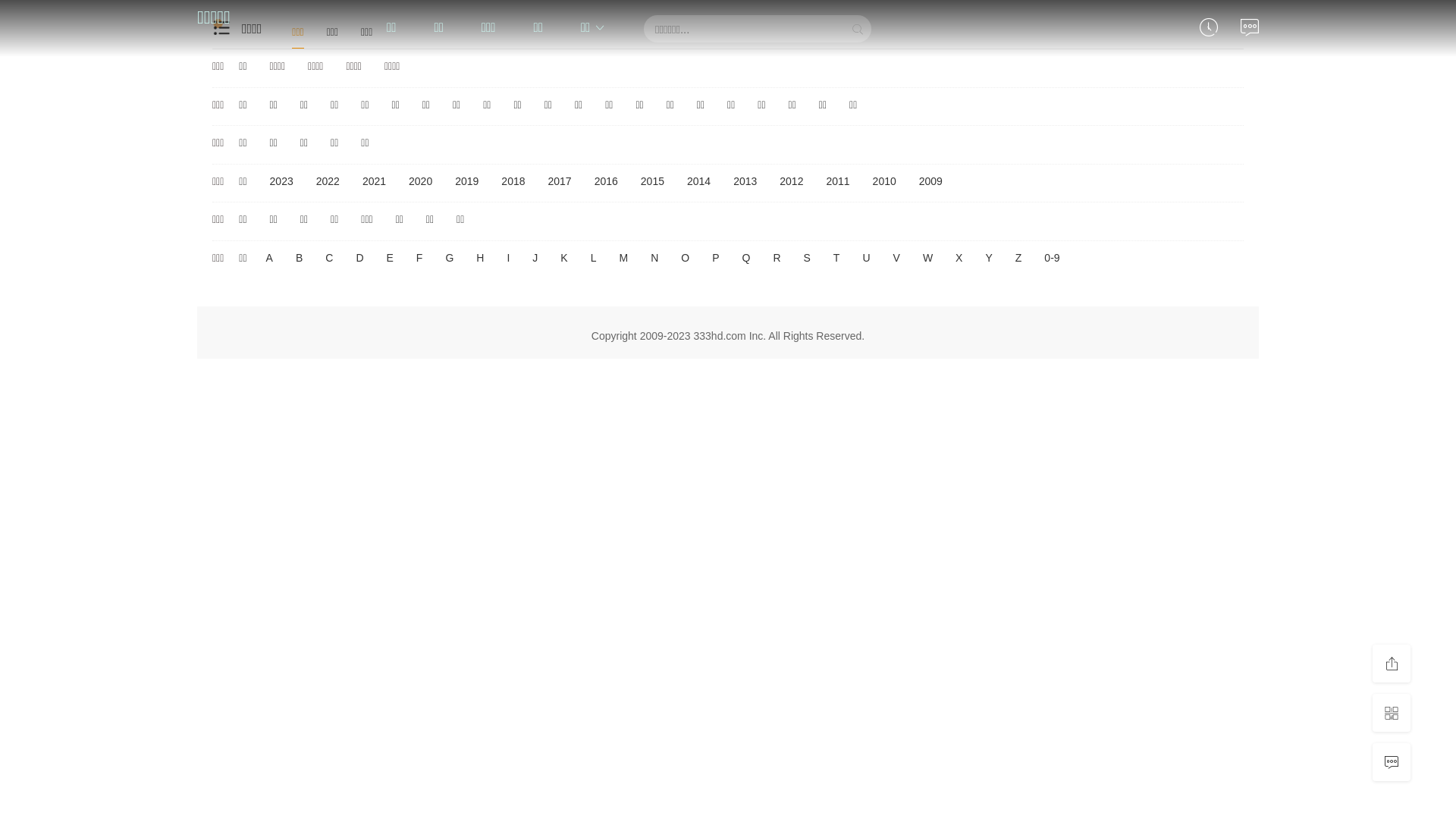 This screenshot has width=1456, height=819. Describe the element at coordinates (472, 257) in the screenshot. I see `'H'` at that location.